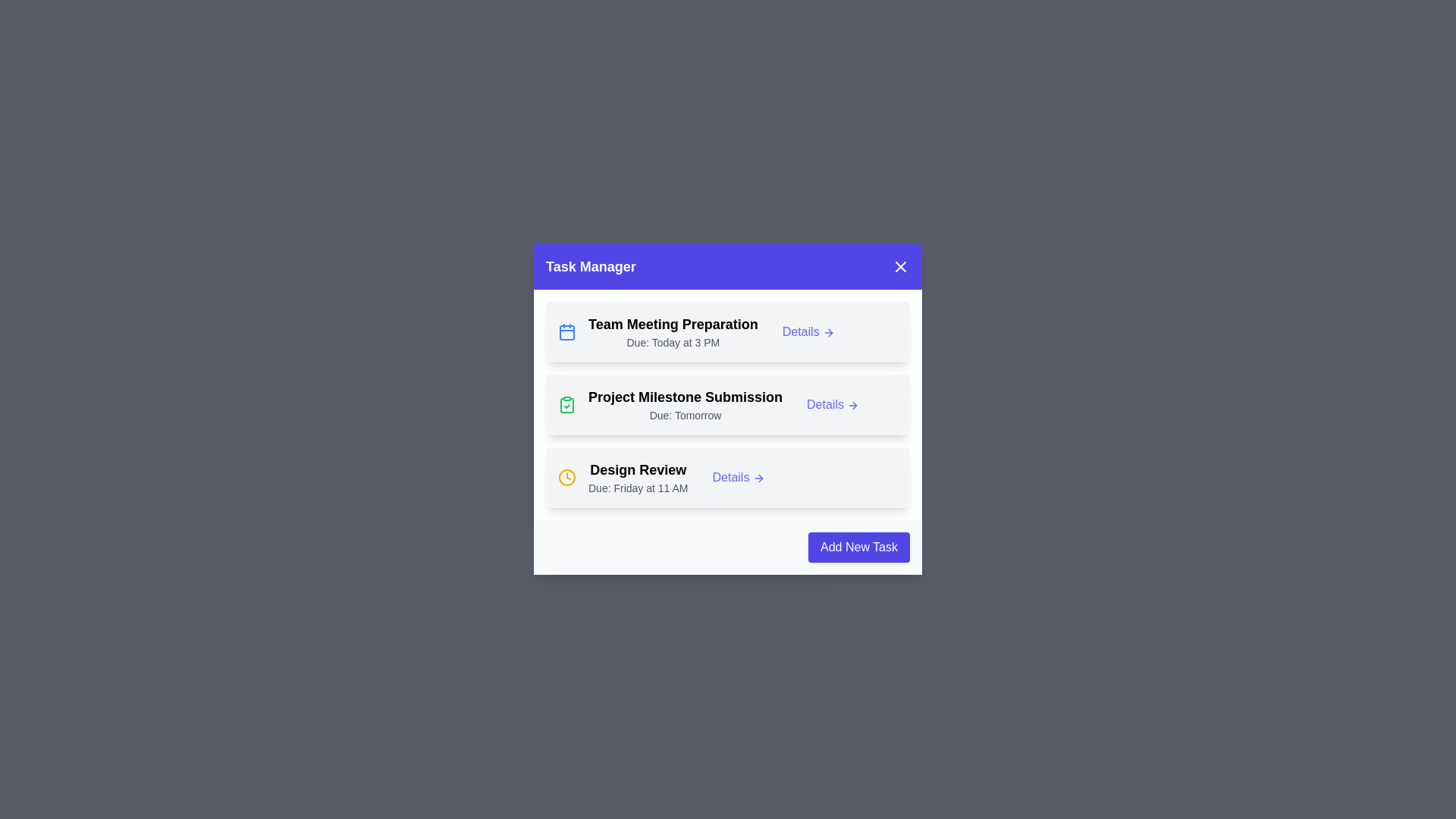 The width and height of the screenshot is (1456, 819). I want to click on the Vector icon embedded in the 'Details' hyperlink for the second task in the task manager interface, so click(828, 331).